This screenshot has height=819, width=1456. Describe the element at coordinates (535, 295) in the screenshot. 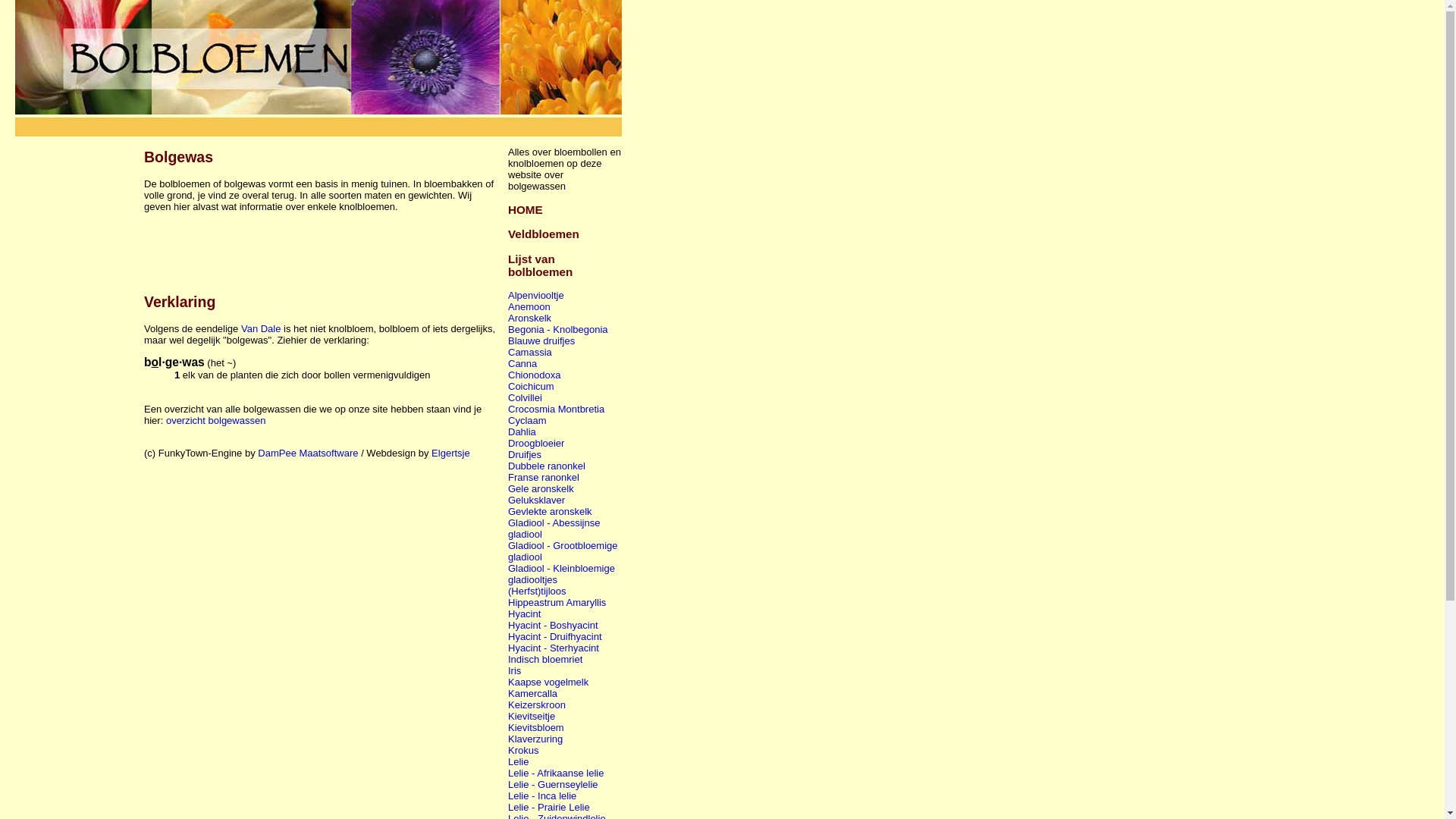

I see `'Alpenviooltje'` at that location.